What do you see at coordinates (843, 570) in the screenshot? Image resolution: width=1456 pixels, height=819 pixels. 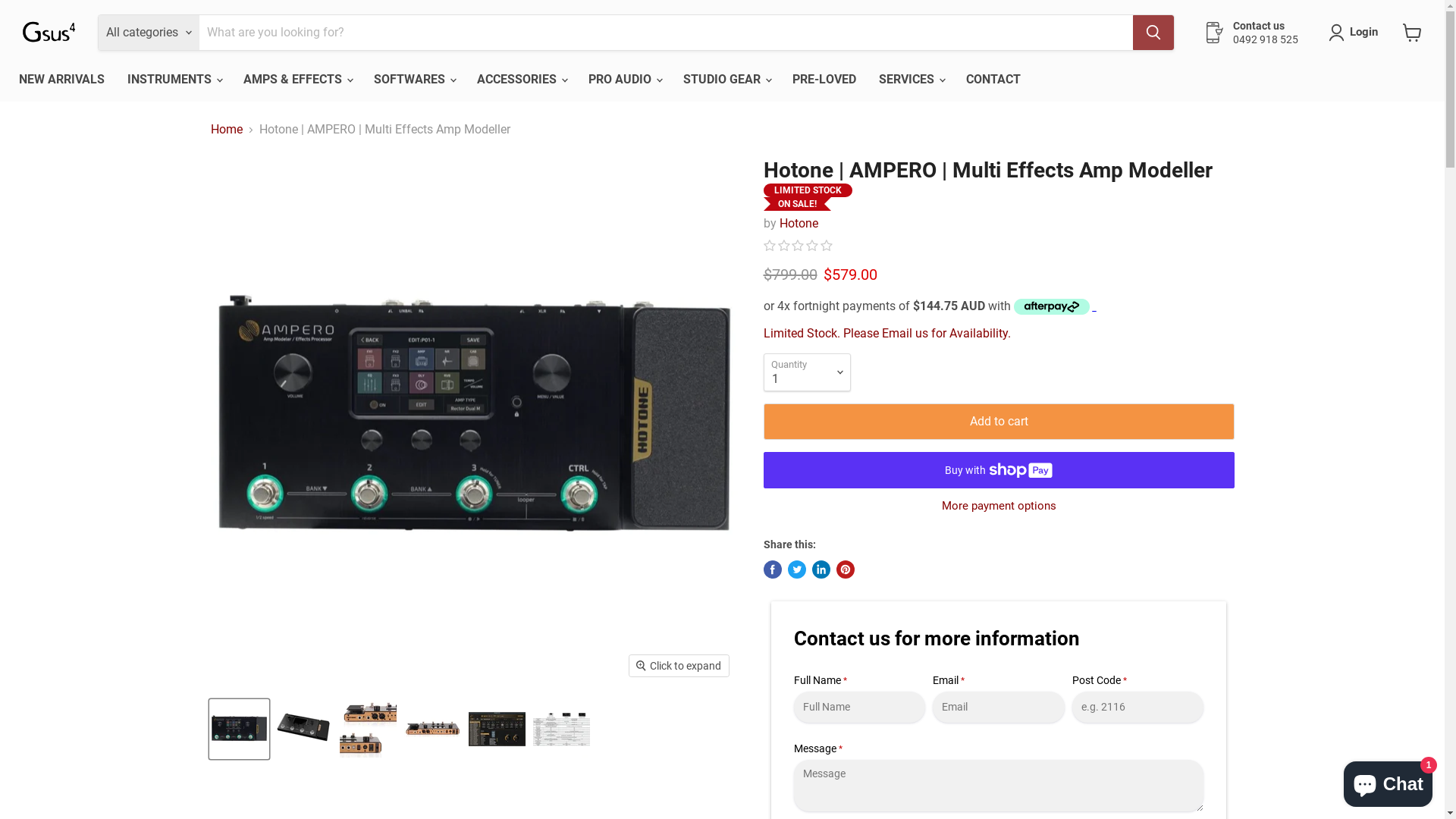 I see `'Pin on Pinterest'` at bounding box center [843, 570].